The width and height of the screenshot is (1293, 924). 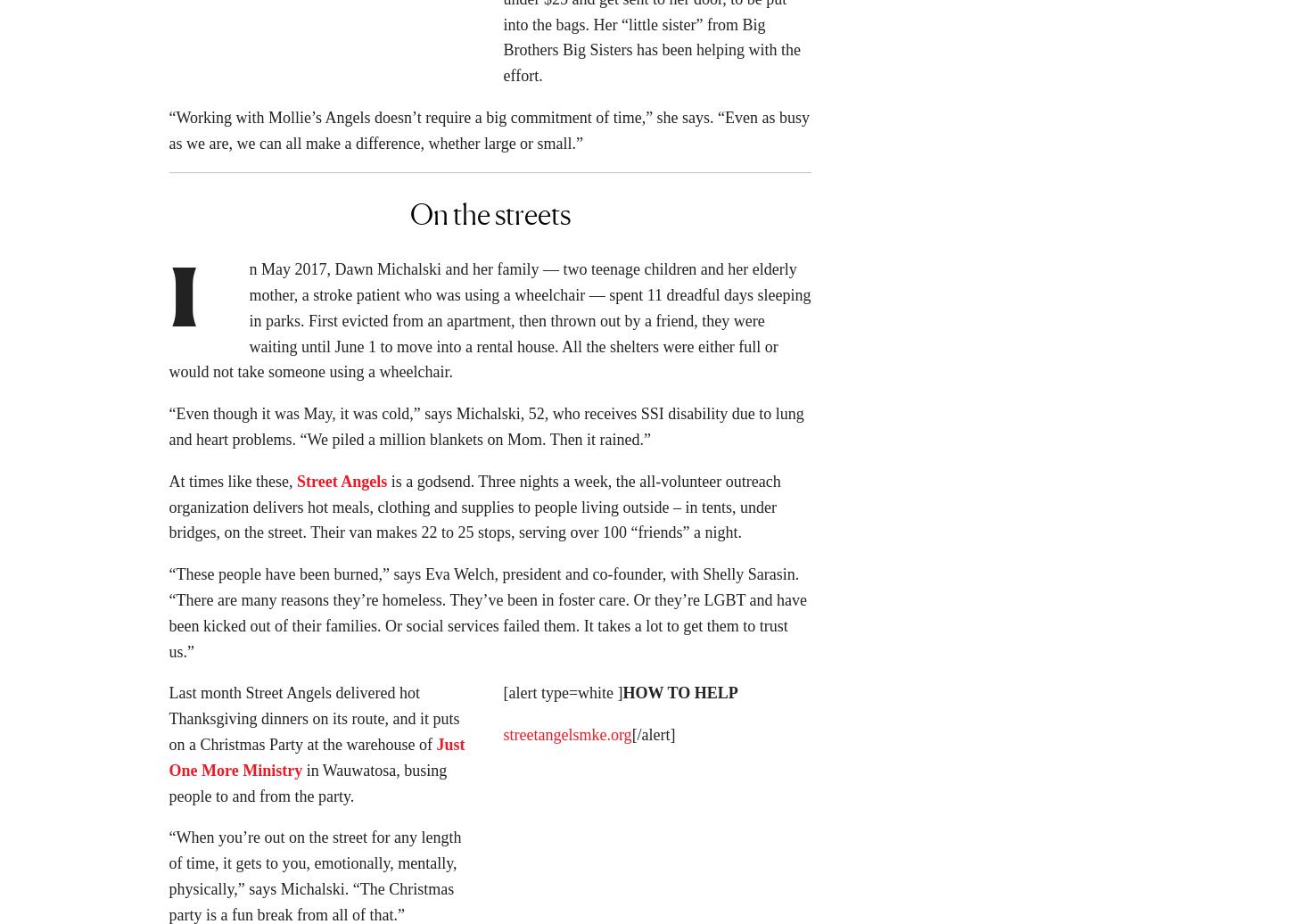 I want to click on 'streetangelsmke.org', so click(x=503, y=740).